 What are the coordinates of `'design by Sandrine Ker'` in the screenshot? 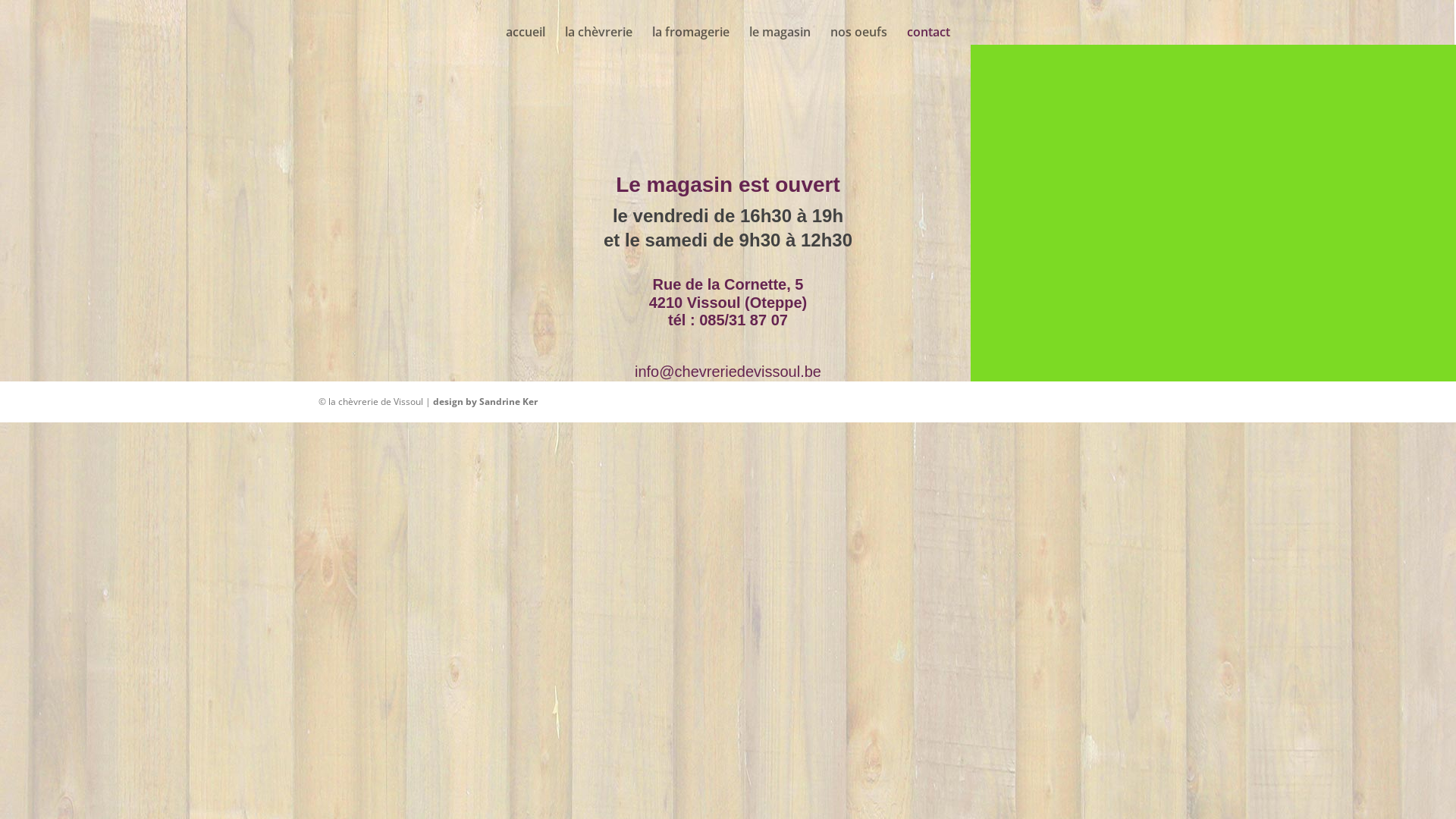 It's located at (484, 400).